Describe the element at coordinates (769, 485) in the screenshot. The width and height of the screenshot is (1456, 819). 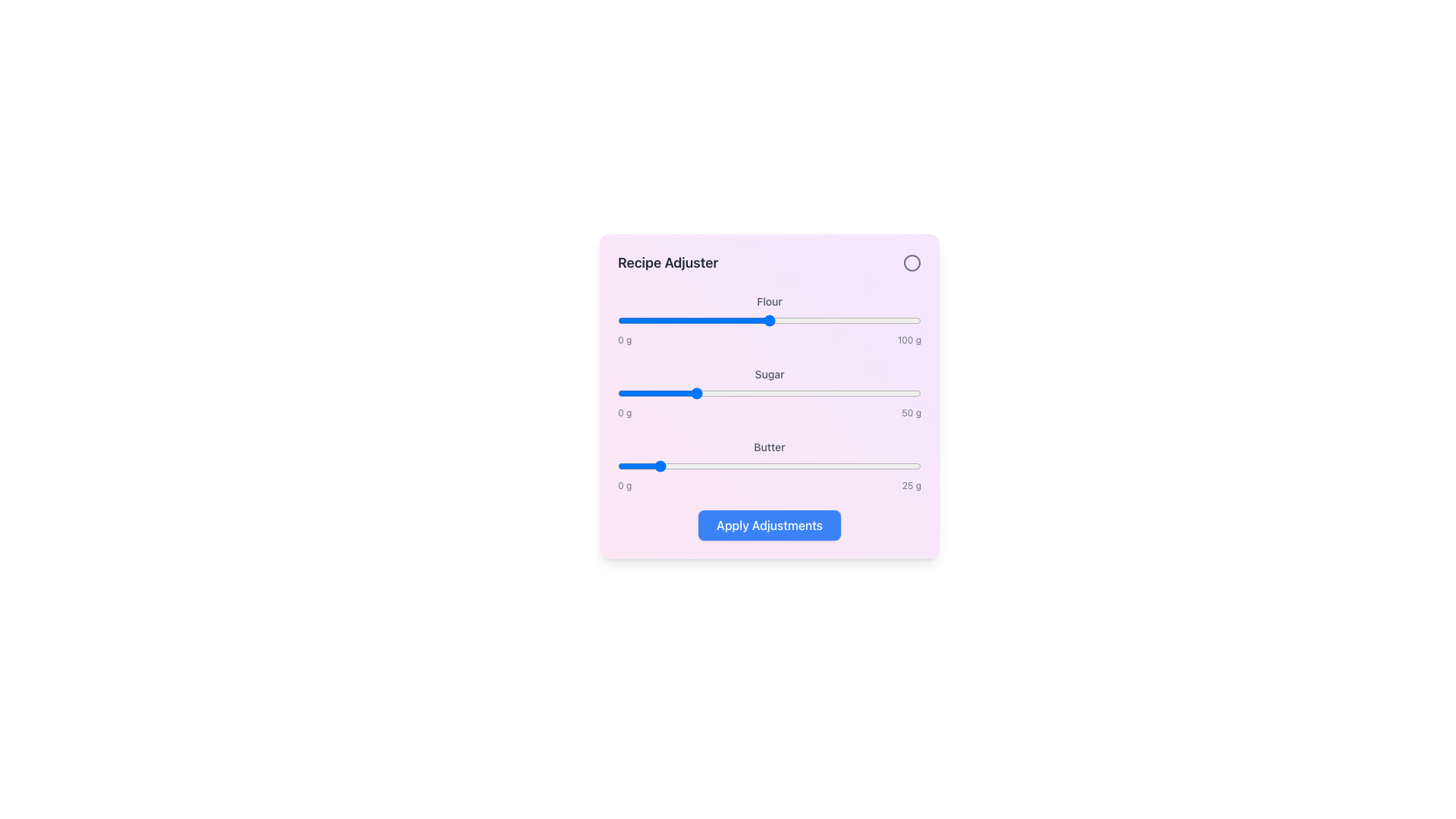
I see `the text label displaying '0 g' and '25 g', which is positioned below the 'Butter' slider` at that location.